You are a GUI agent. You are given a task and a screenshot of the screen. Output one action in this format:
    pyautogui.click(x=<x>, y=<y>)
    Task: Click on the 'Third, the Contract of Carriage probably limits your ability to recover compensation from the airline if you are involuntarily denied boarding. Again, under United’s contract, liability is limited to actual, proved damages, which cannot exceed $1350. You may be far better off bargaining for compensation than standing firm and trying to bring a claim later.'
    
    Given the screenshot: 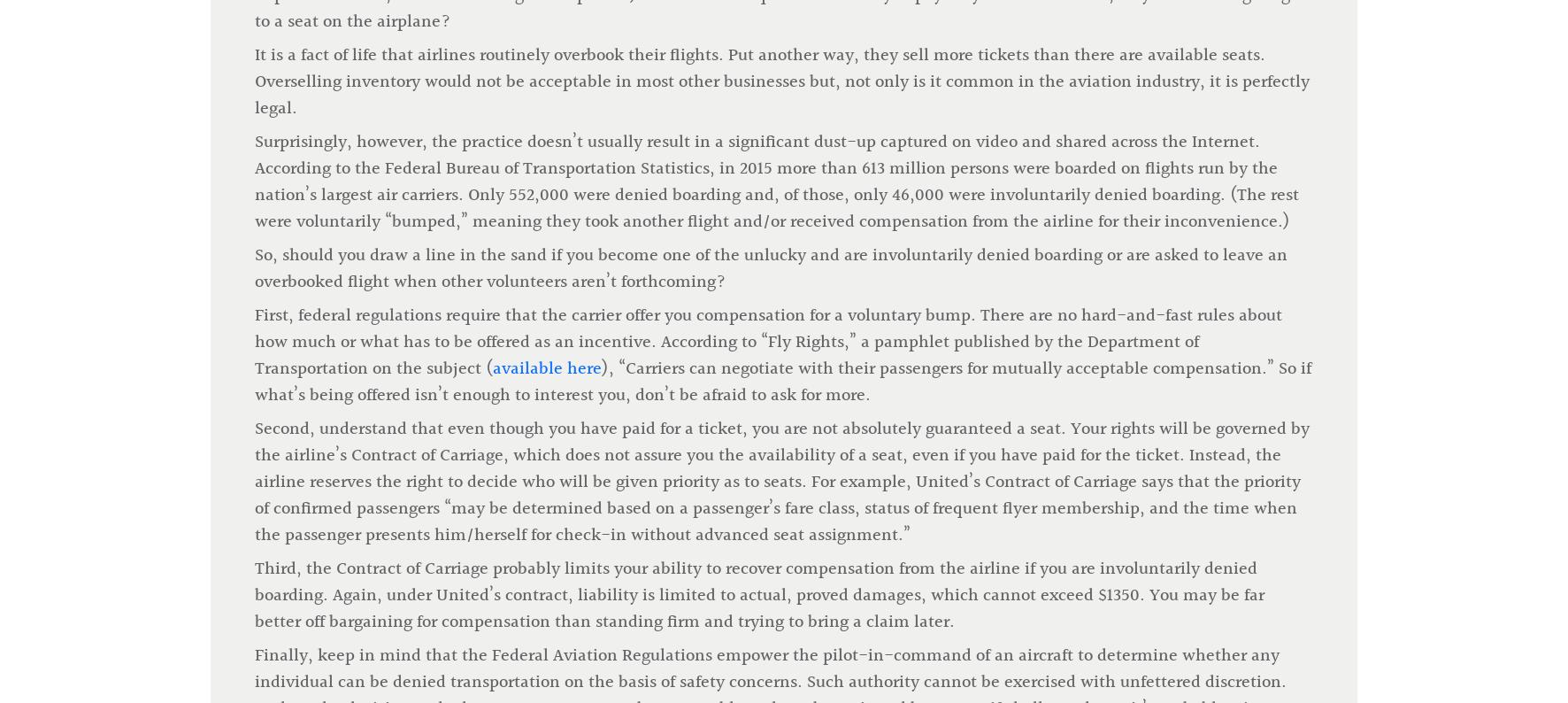 What is the action you would take?
    pyautogui.click(x=759, y=301)
    